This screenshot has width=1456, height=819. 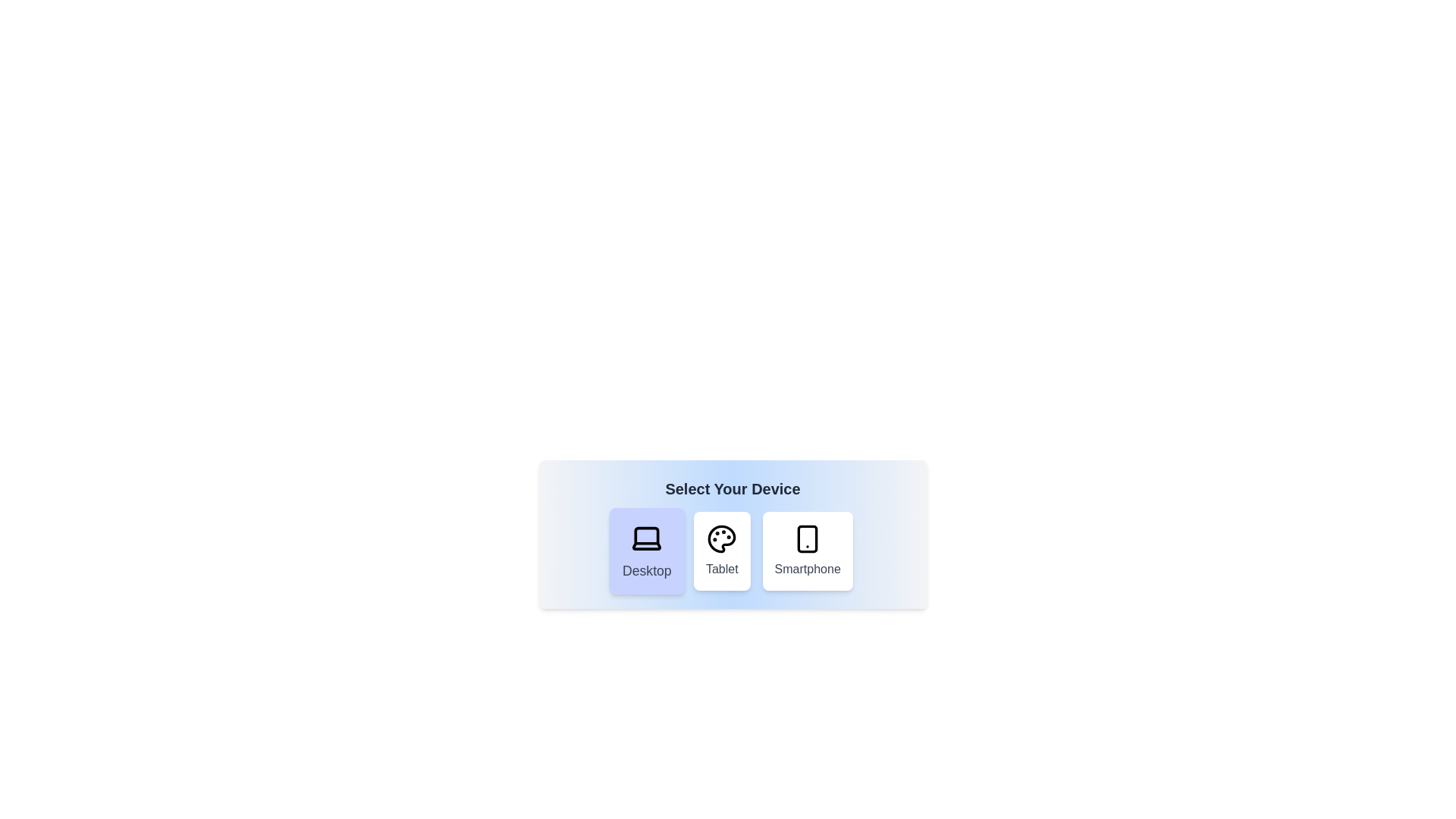 What do you see at coordinates (733, 488) in the screenshot?
I see `the text label that reads 'Select Your Device', which is styled in bold and large dark gray font, located at the top-center of the device selection card` at bounding box center [733, 488].